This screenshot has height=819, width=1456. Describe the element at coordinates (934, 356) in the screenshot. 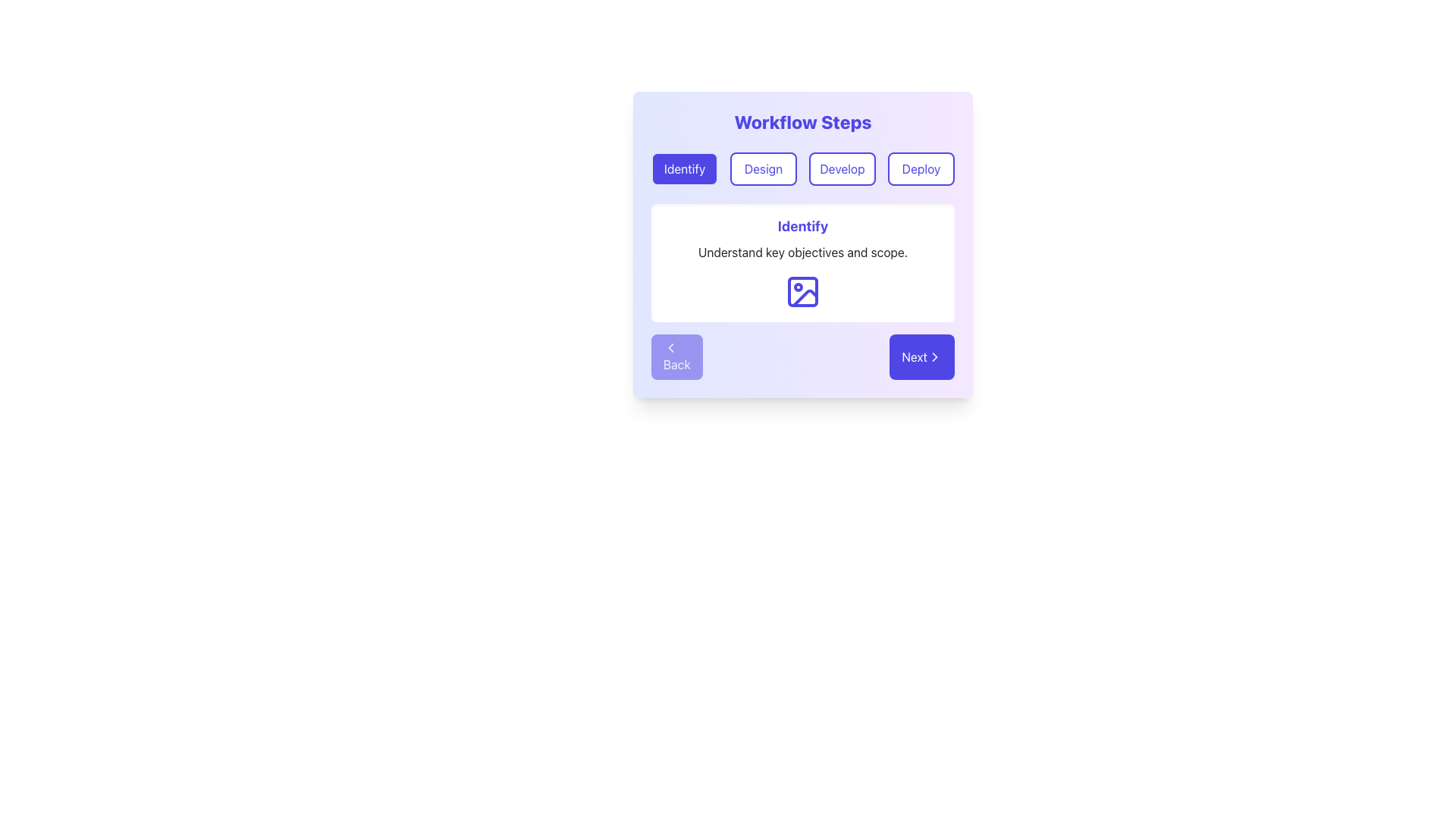

I see `the 'Next' button located at the bottom-right corner of the interface` at that location.